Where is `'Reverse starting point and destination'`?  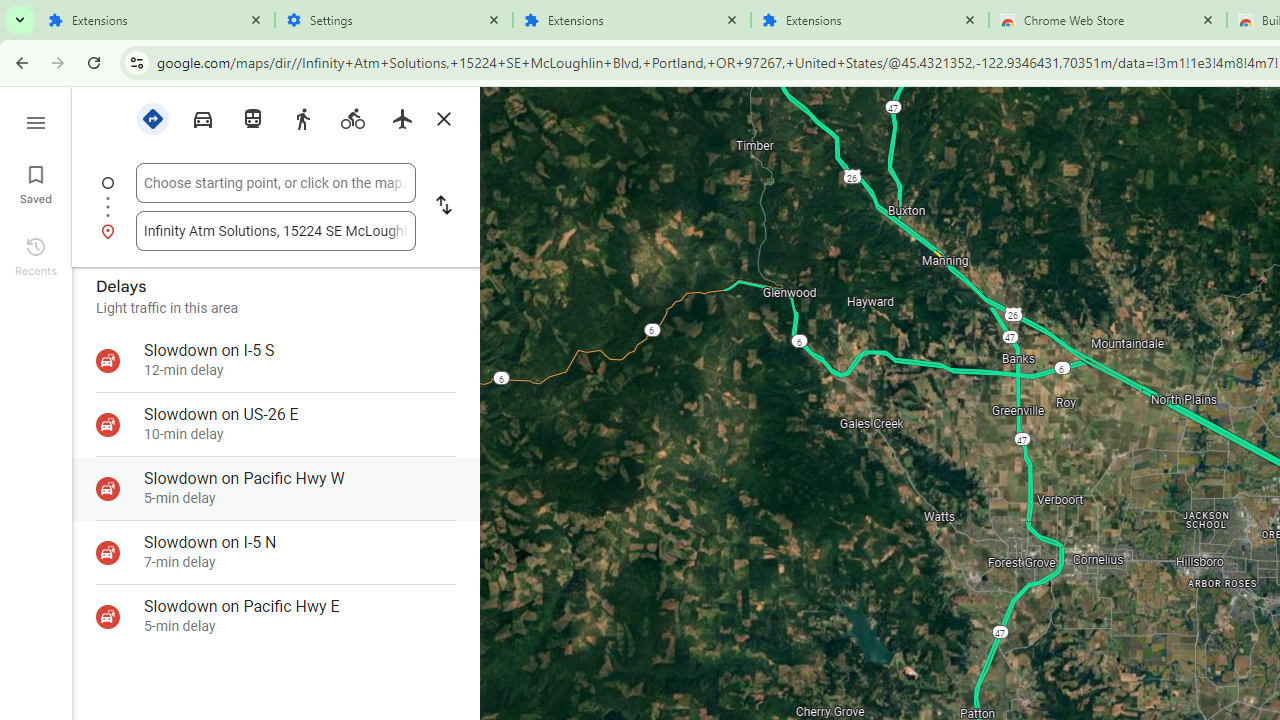 'Reverse starting point and destination' is located at coordinates (443, 206).